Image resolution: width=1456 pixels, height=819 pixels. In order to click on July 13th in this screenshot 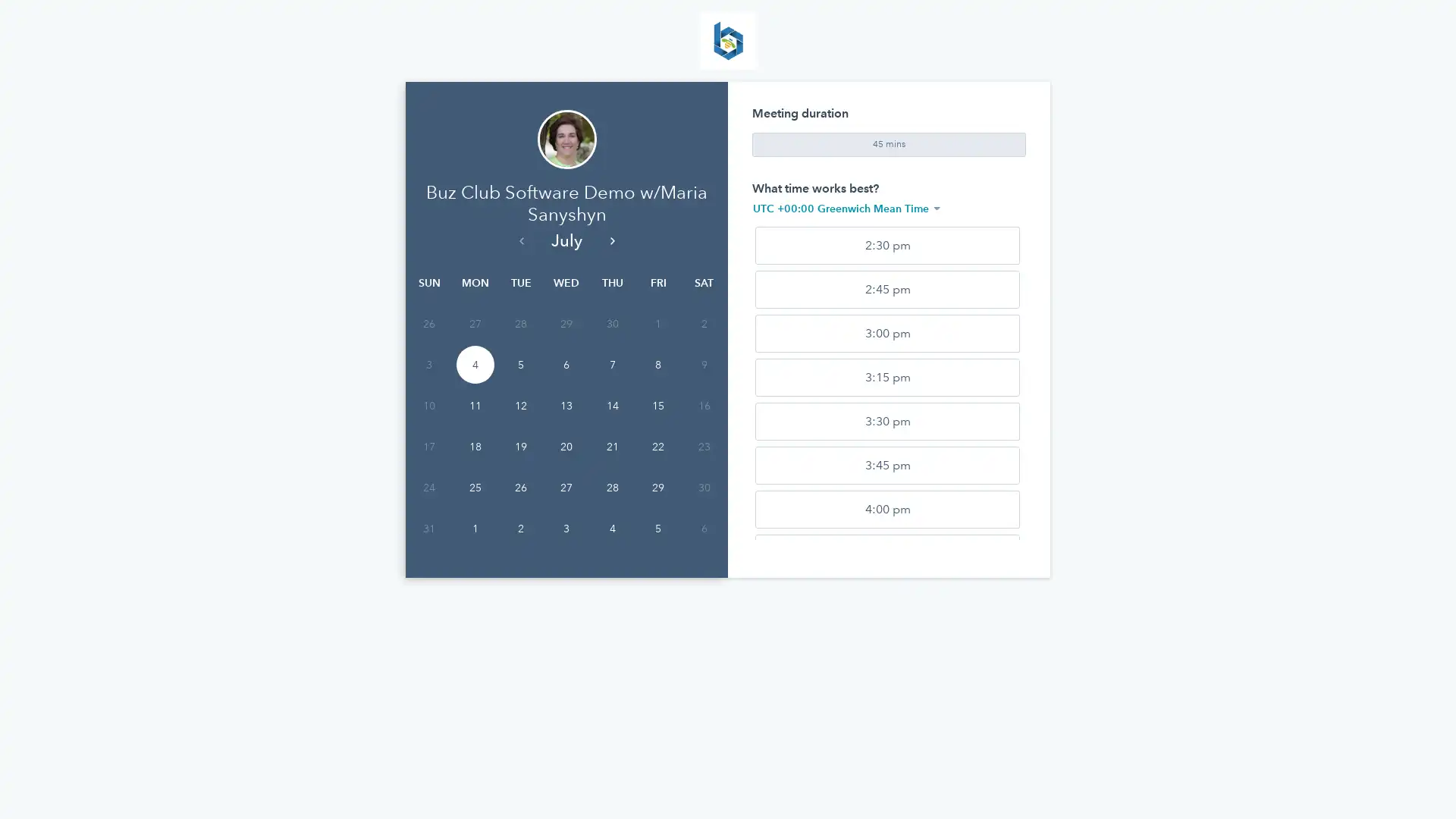, I will do `click(566, 405)`.